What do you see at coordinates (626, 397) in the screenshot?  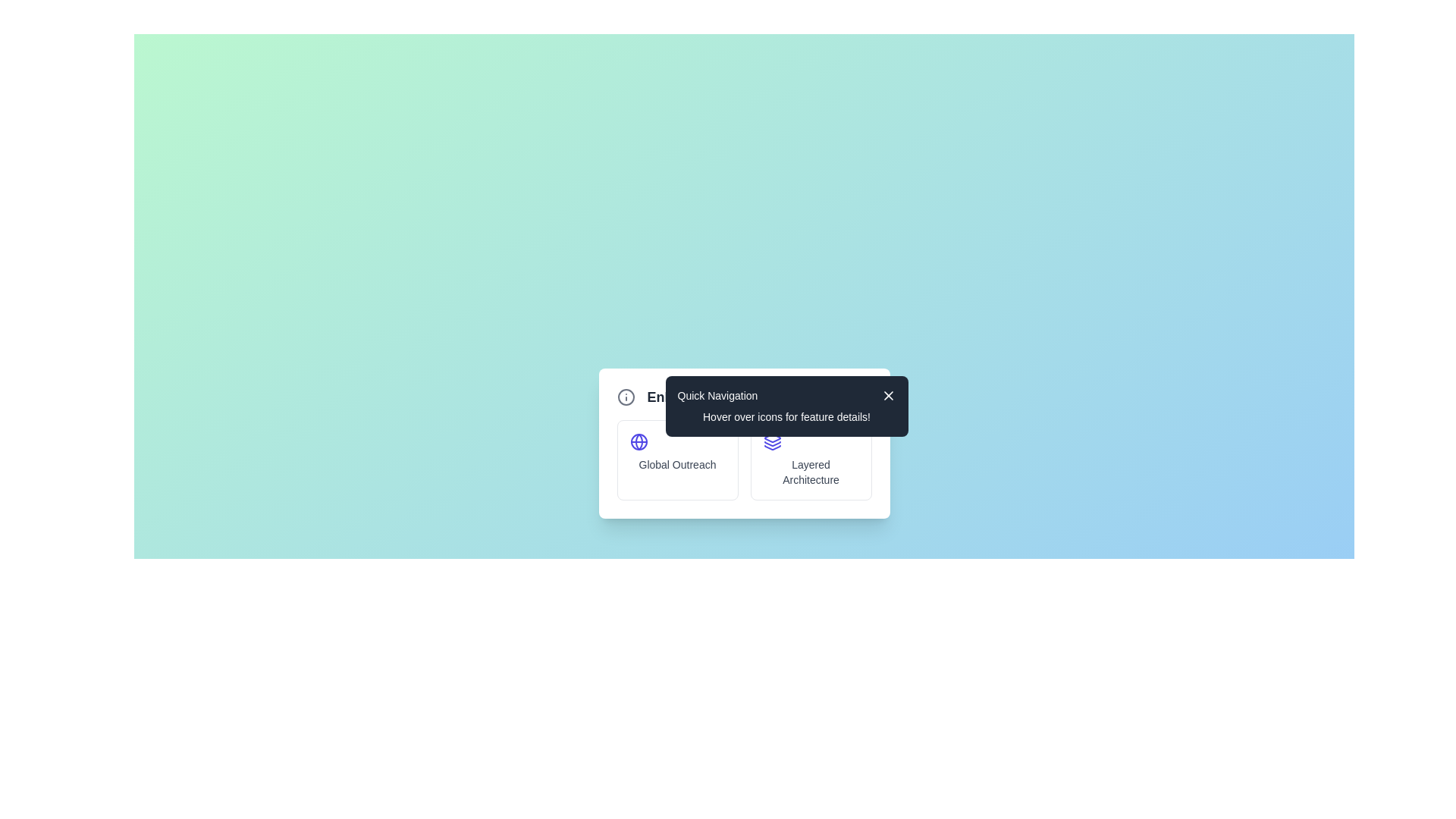 I see `the central circular component of the 'info' symbol in the SVG icon located on the right section of the tooltip labeled 'Quick Navigation'` at bounding box center [626, 397].